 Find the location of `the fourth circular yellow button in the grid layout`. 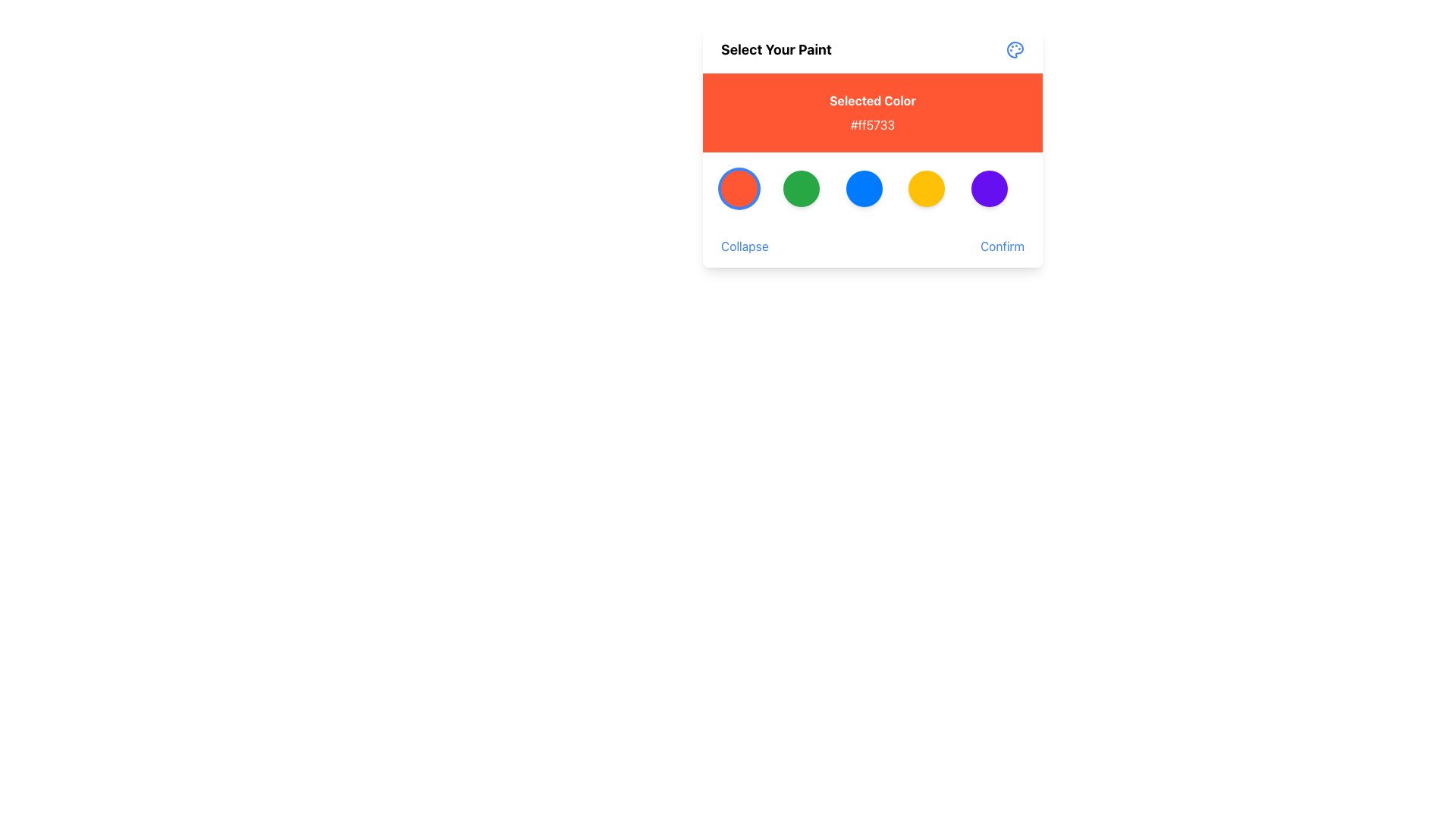

the fourth circular yellow button in the grid layout is located at coordinates (926, 188).